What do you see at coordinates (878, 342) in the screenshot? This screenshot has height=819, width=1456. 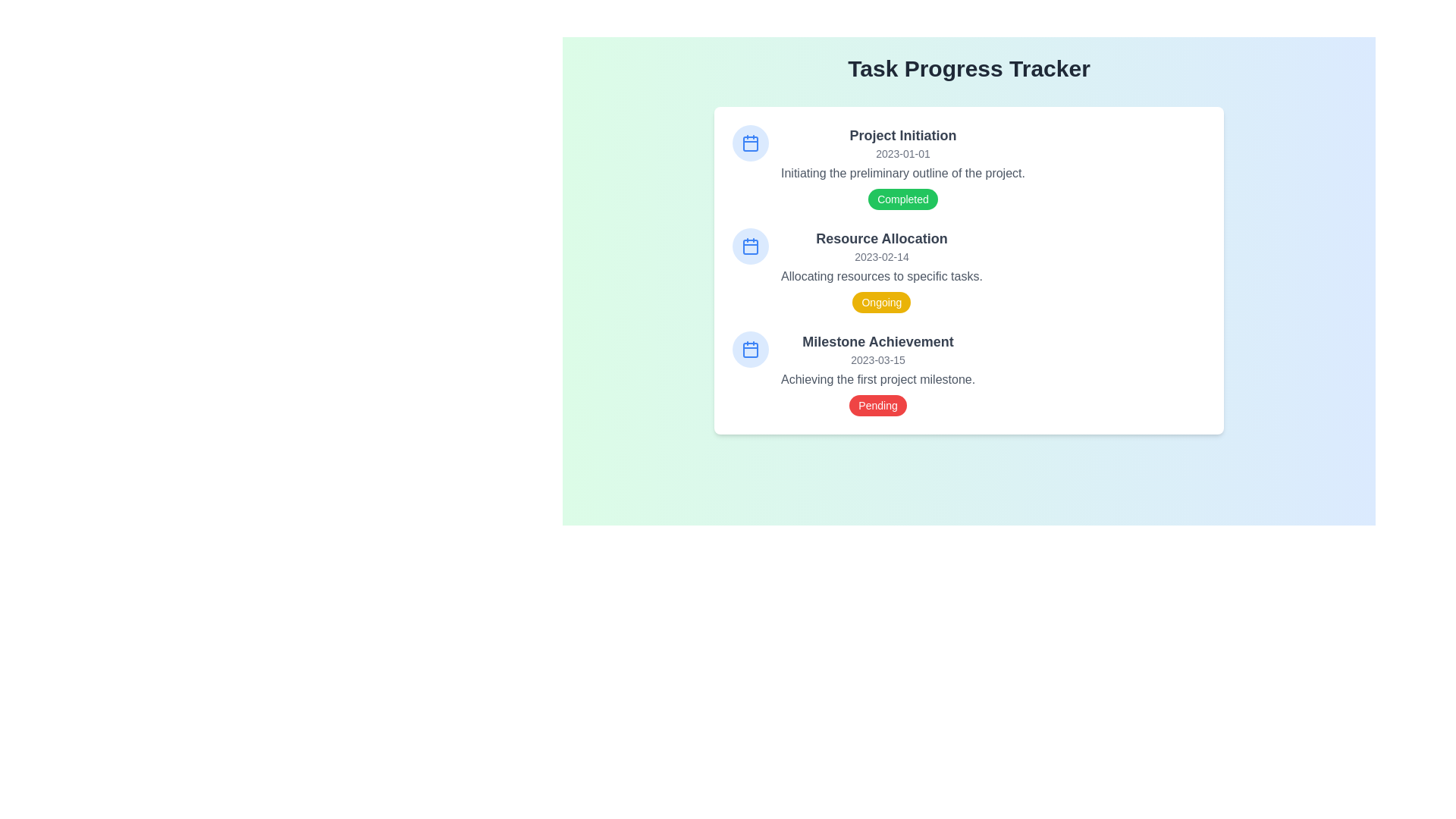 I see `text from the 'Milestone Achievement' label, which is styled in bold dark gray and is located above the date '2023-03-15' in the 'Task Progress Tracker' component` at bounding box center [878, 342].